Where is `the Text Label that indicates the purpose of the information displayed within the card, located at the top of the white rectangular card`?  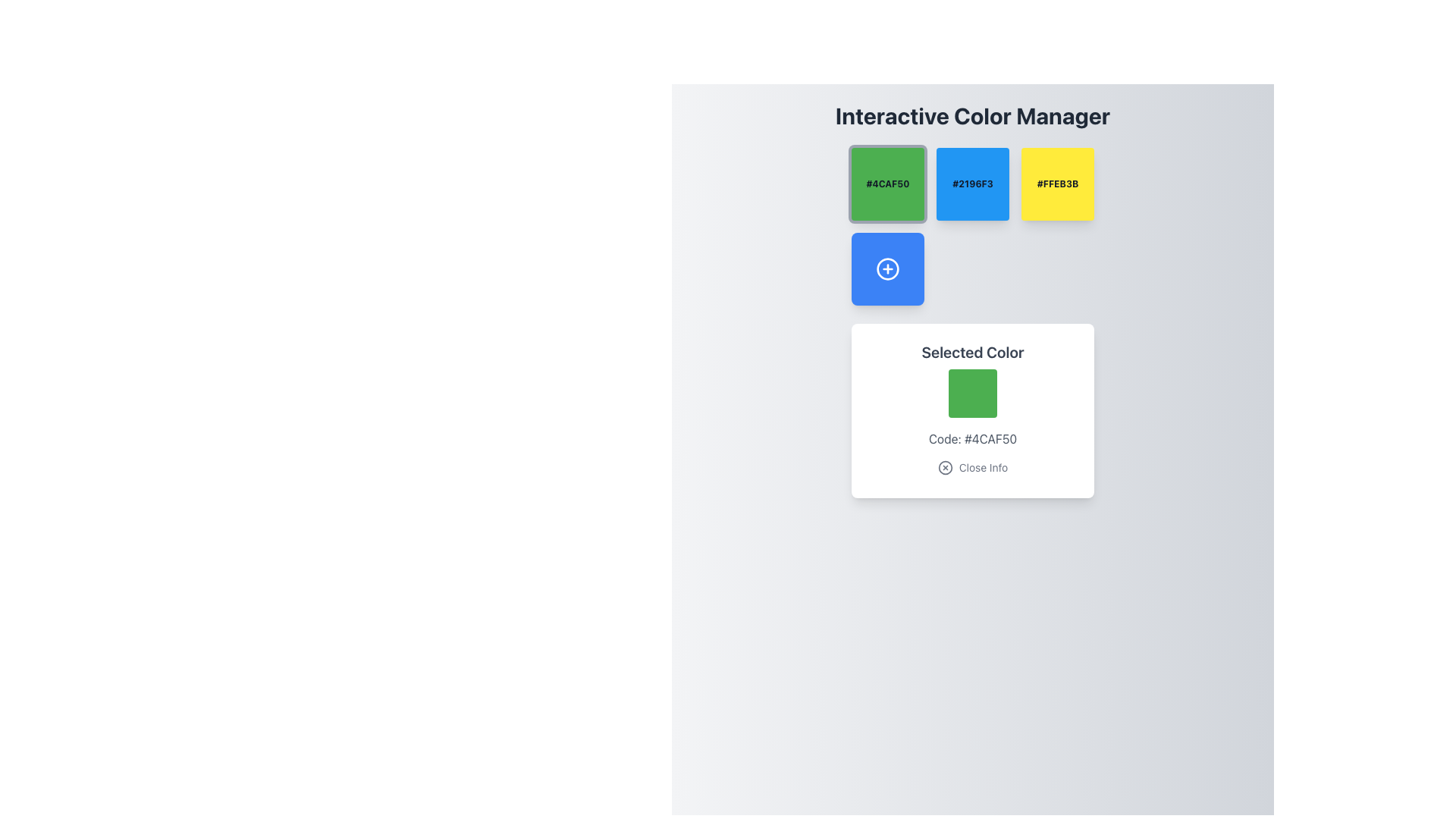
the Text Label that indicates the purpose of the information displayed within the card, located at the top of the white rectangular card is located at coordinates (972, 353).